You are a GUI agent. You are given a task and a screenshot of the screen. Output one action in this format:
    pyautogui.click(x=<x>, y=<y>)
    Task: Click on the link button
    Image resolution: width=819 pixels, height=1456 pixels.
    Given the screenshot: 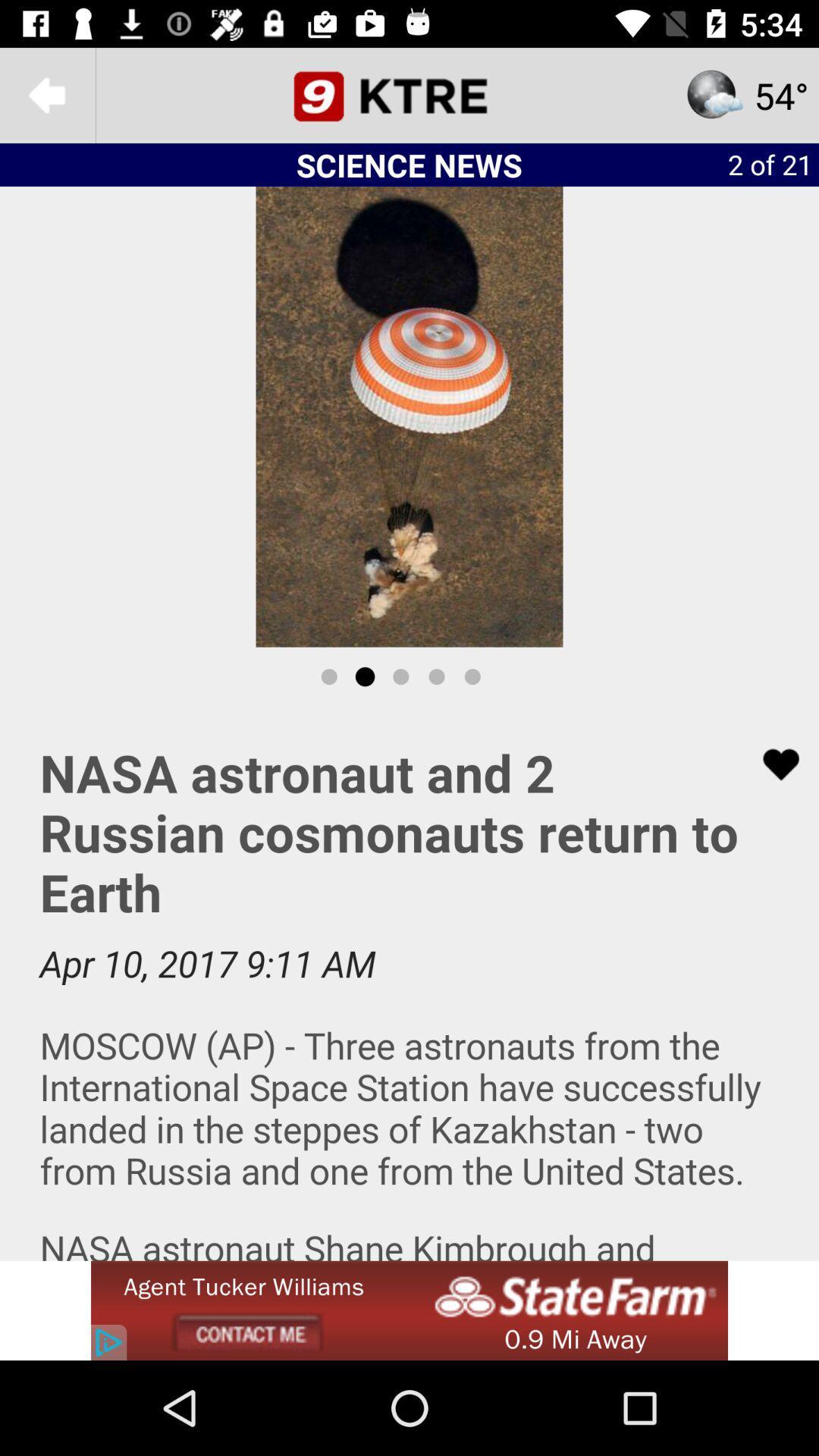 What is the action you would take?
    pyautogui.click(x=771, y=764)
    